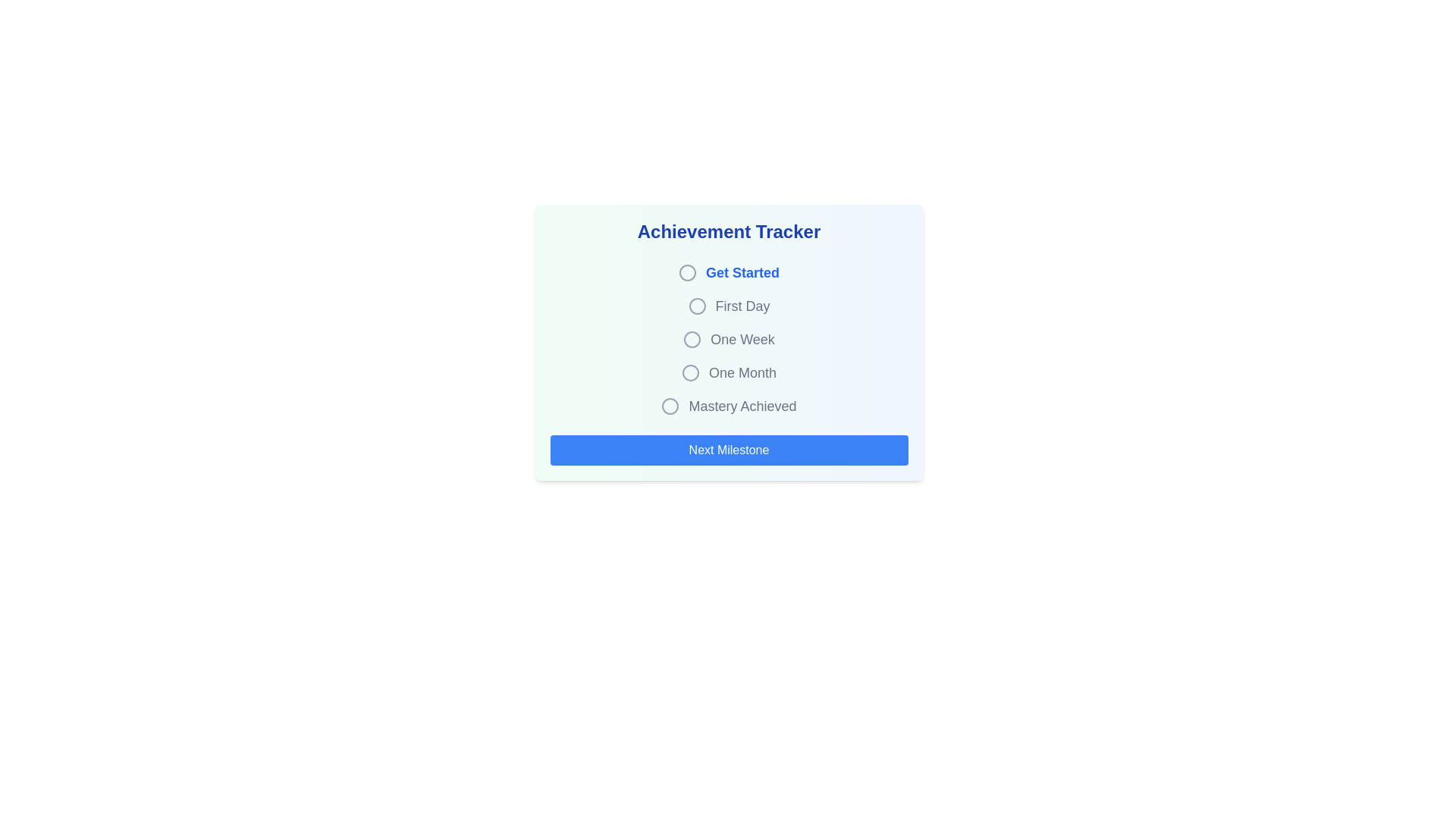 This screenshot has width=1456, height=819. I want to click on the radio button corresponding to the 'One Week' option, which is a circular icon with a gray ring and white inner area, located in the vertical list under the 'Achievement Tracker' header, so click(692, 338).